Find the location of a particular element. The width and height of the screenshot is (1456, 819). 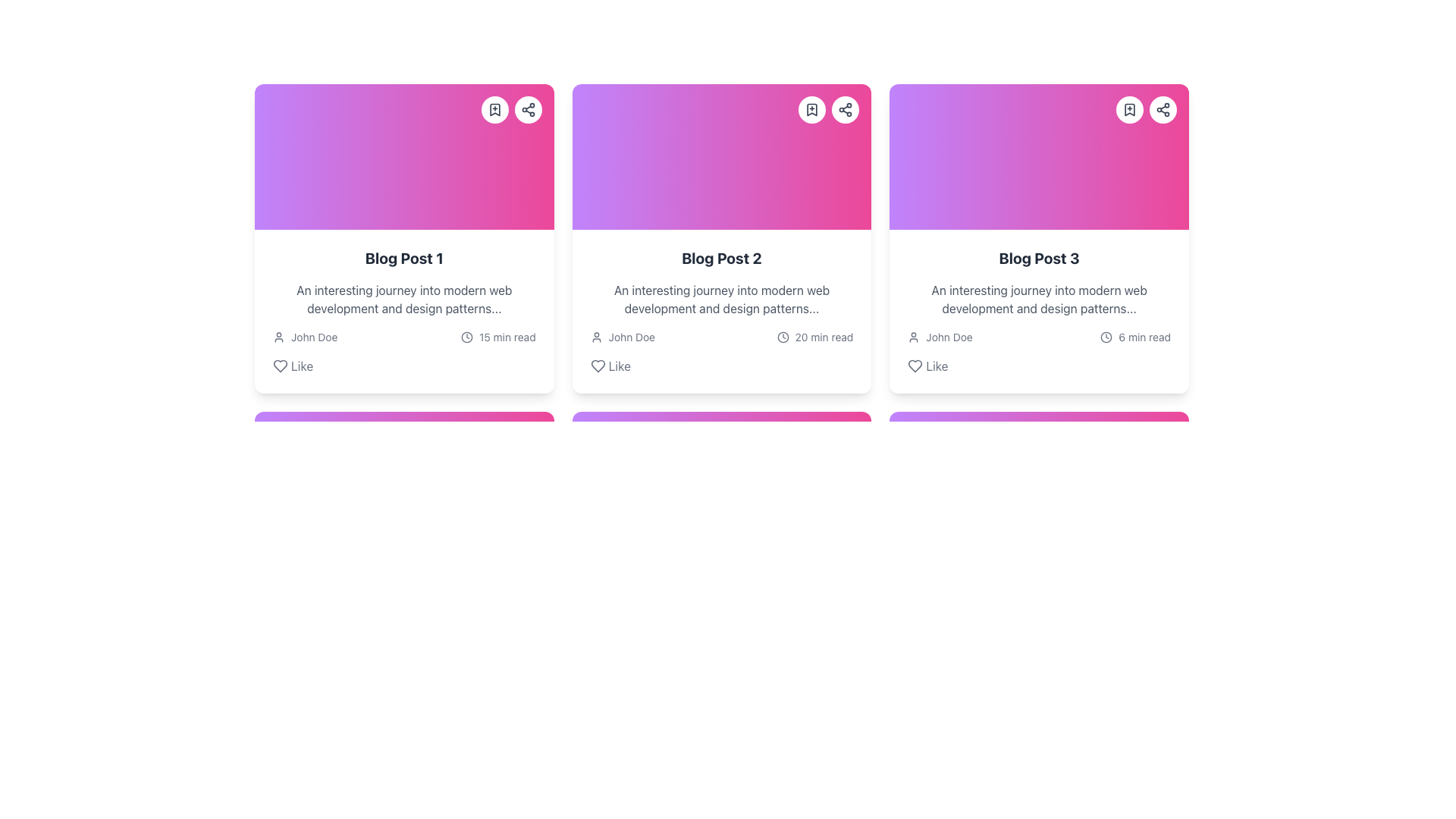

the heart-shaped 'Like' button located at the bottom-left corner of 'Blog Post 2' is located at coordinates (610, 366).